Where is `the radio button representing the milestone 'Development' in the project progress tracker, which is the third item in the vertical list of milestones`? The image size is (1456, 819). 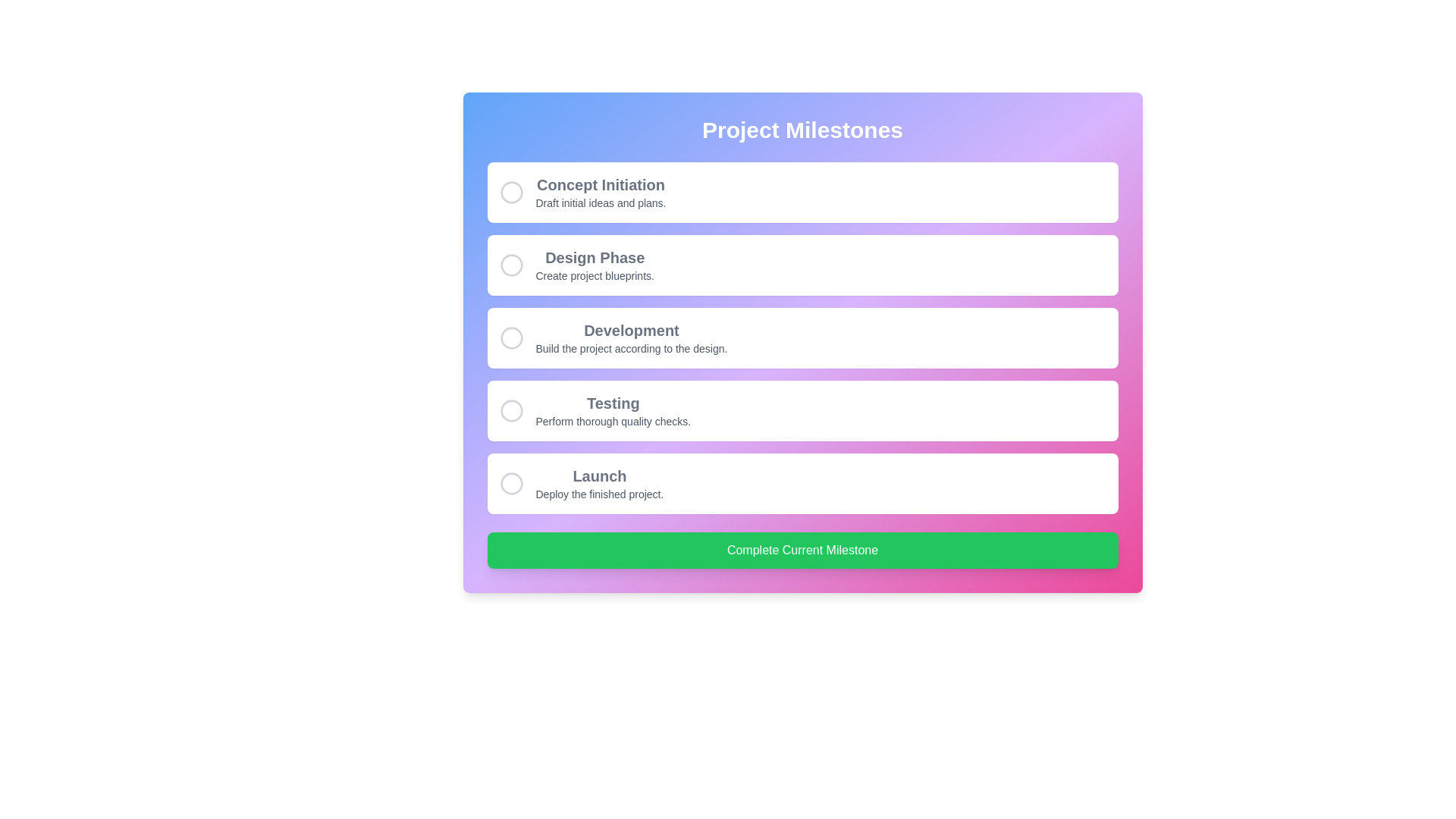 the radio button representing the milestone 'Development' in the project progress tracker, which is the third item in the vertical list of milestones is located at coordinates (511, 337).